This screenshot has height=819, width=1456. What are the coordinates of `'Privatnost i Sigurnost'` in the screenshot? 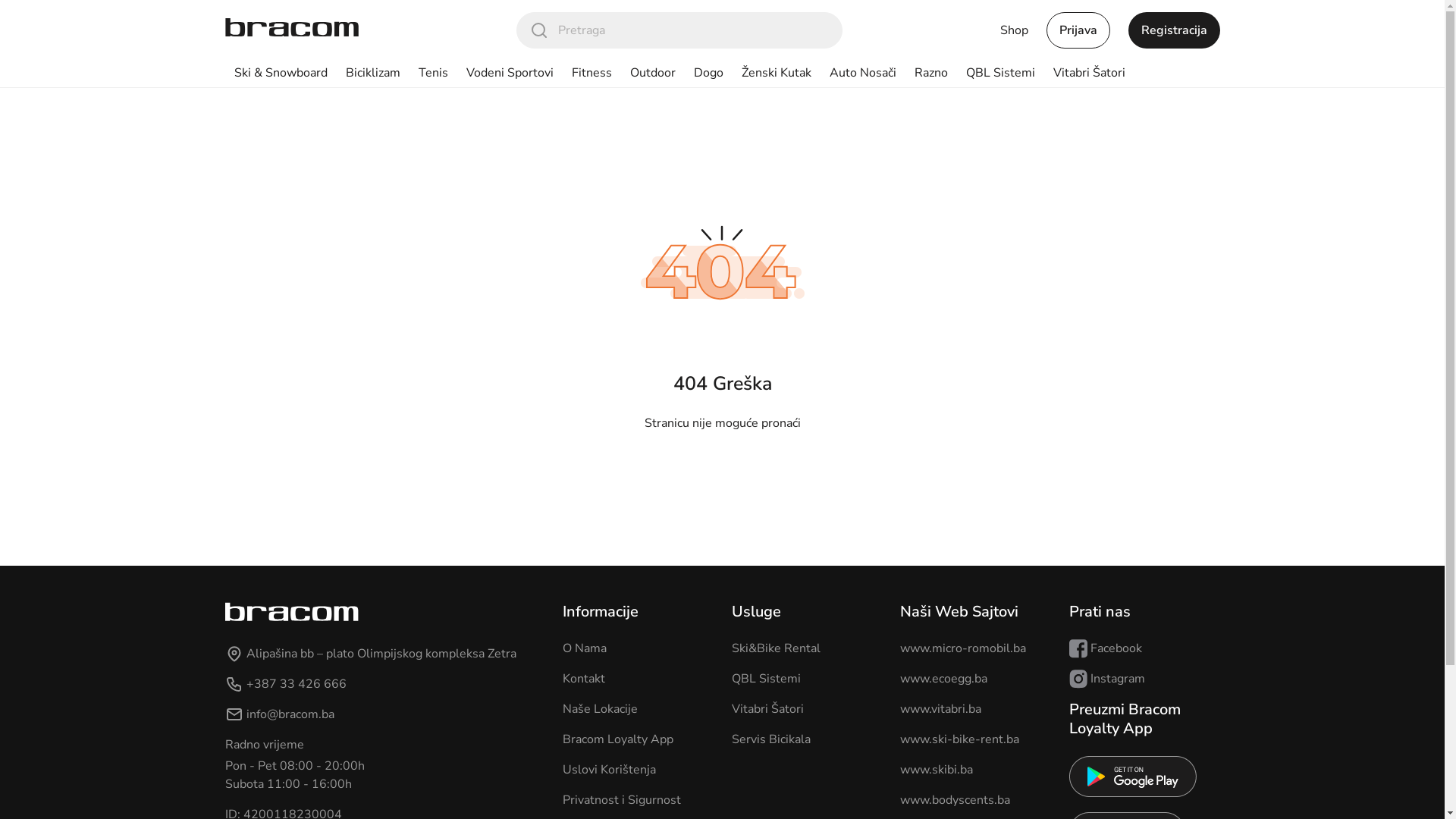 It's located at (622, 799).